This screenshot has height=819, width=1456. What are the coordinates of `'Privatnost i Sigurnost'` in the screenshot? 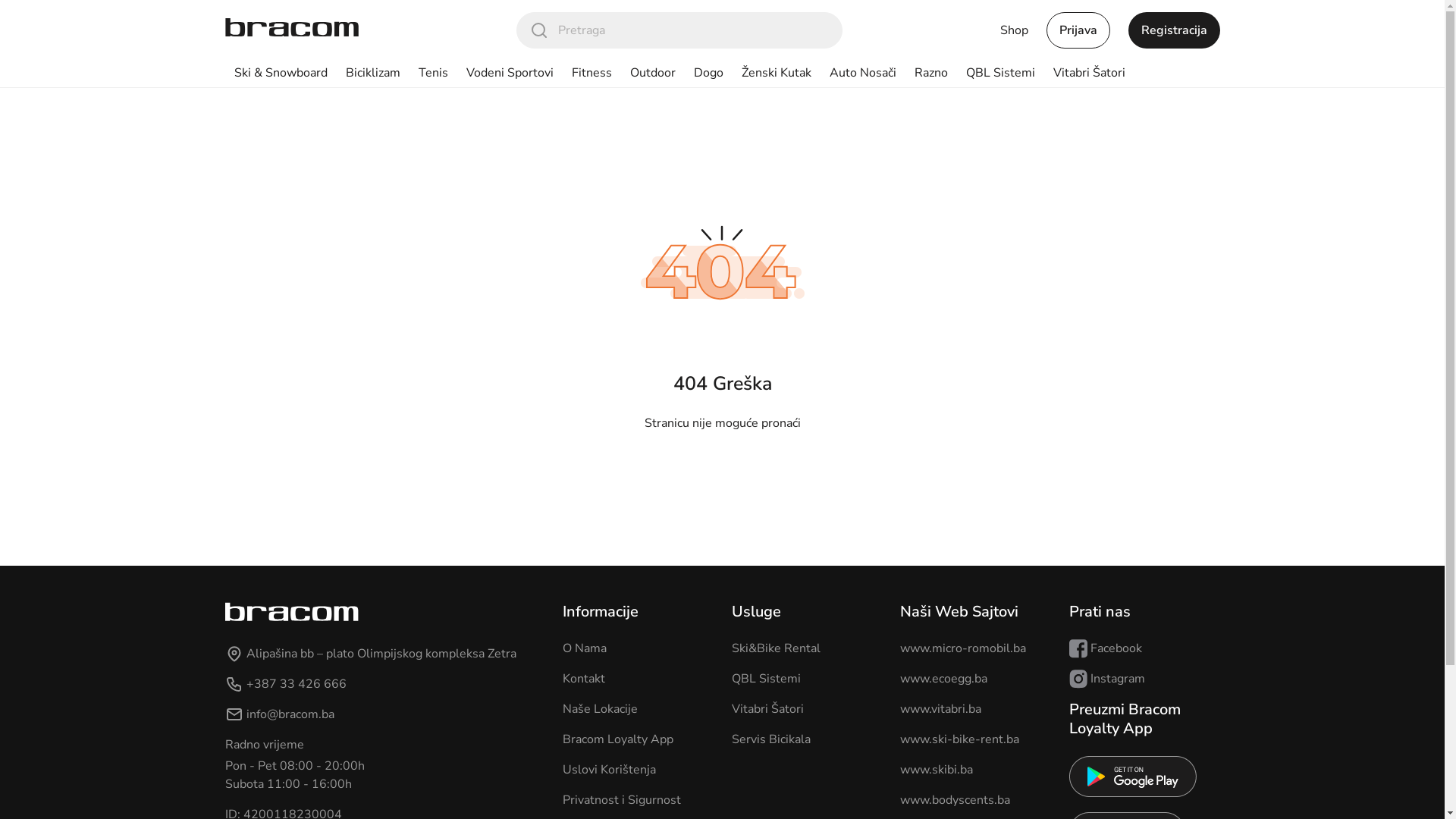 It's located at (622, 799).